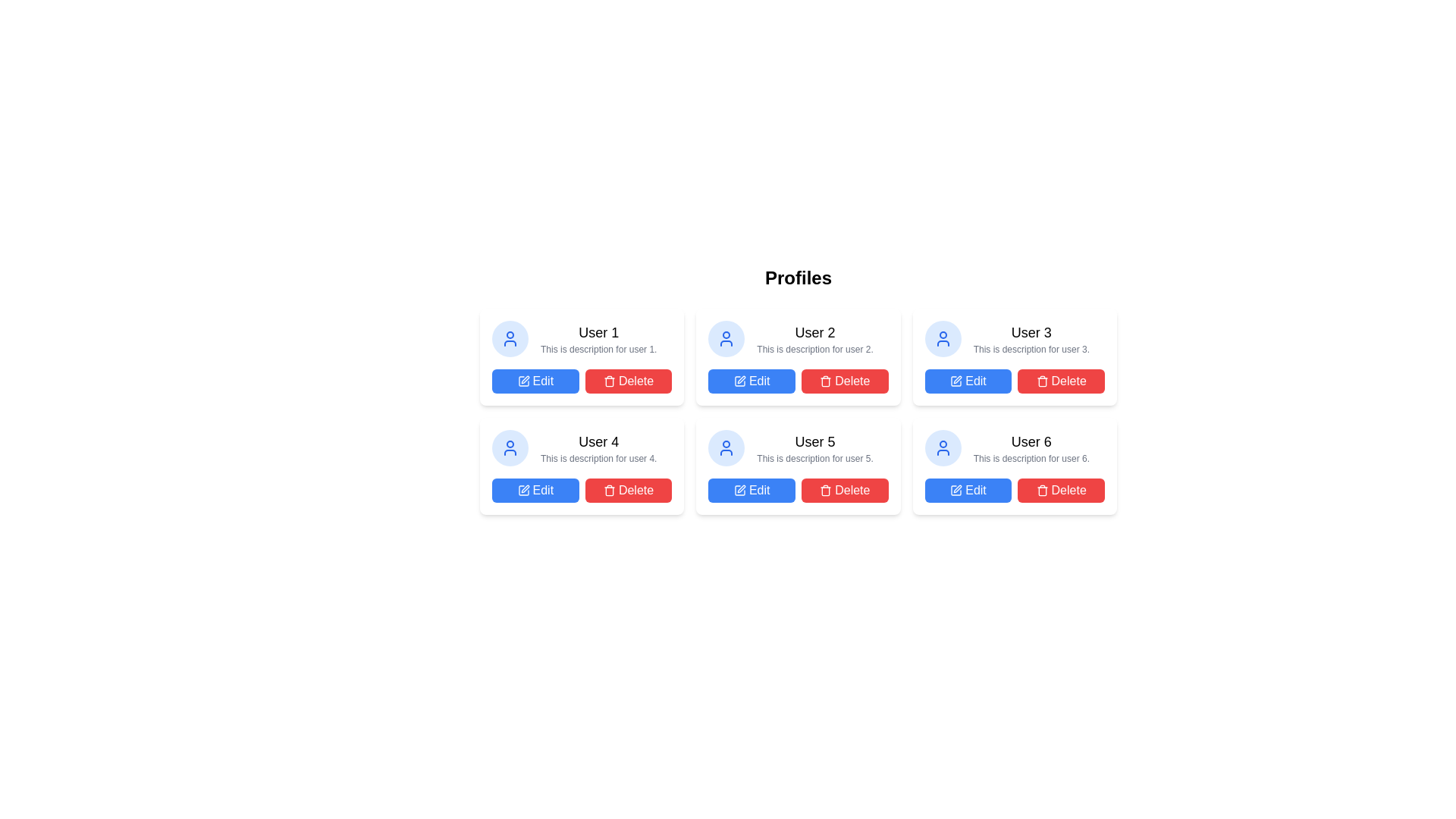 The height and width of the screenshot is (819, 1456). What do you see at coordinates (1031, 447) in the screenshot?
I see `text content of the descriptive text block for 'User 6' located in the bottom-right corner of the layout on the sixth profile card` at bounding box center [1031, 447].